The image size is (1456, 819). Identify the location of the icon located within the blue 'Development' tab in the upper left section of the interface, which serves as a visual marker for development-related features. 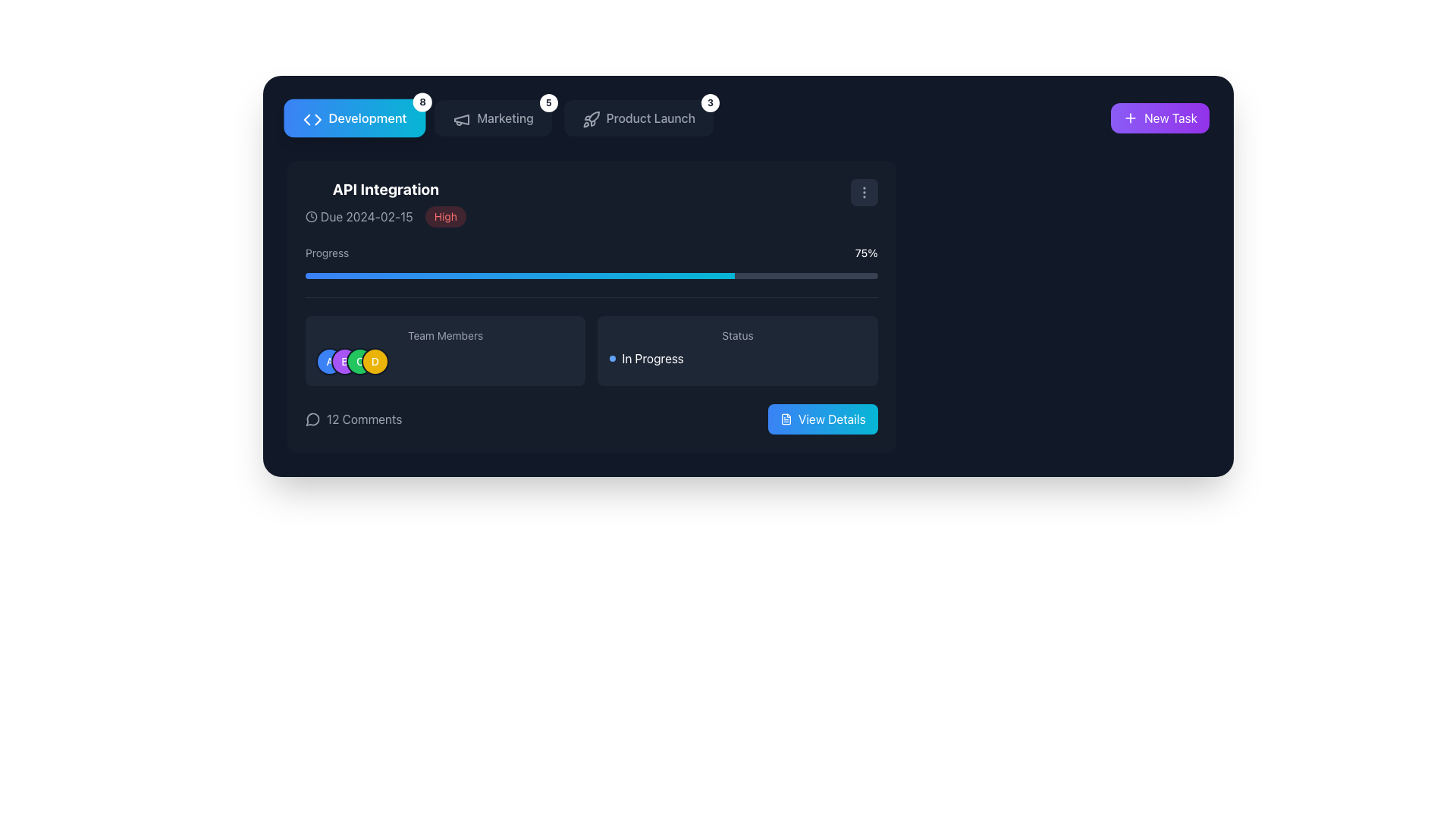
(312, 119).